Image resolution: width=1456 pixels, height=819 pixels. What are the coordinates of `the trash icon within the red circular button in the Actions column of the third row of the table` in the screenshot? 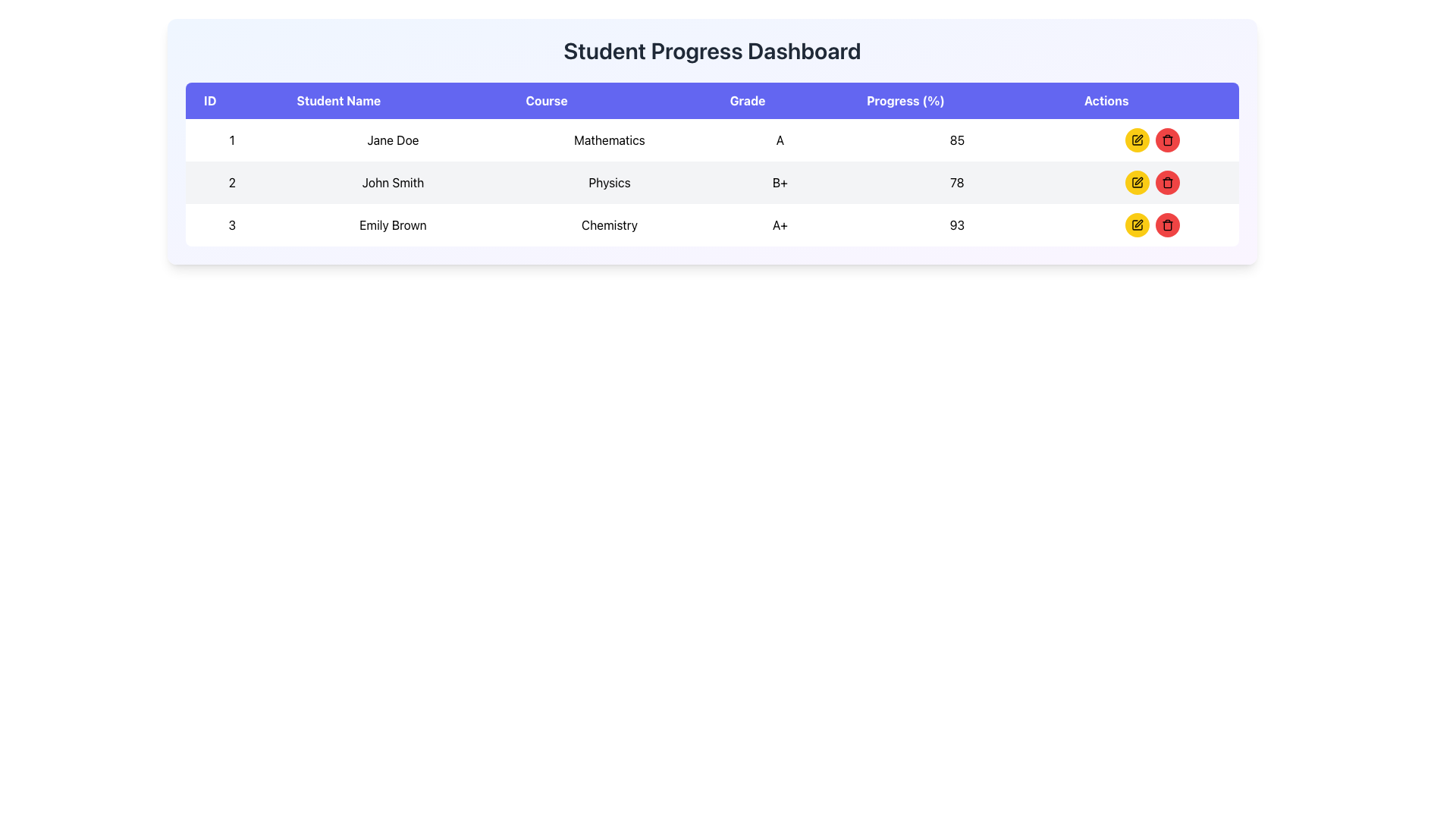 It's located at (1166, 140).